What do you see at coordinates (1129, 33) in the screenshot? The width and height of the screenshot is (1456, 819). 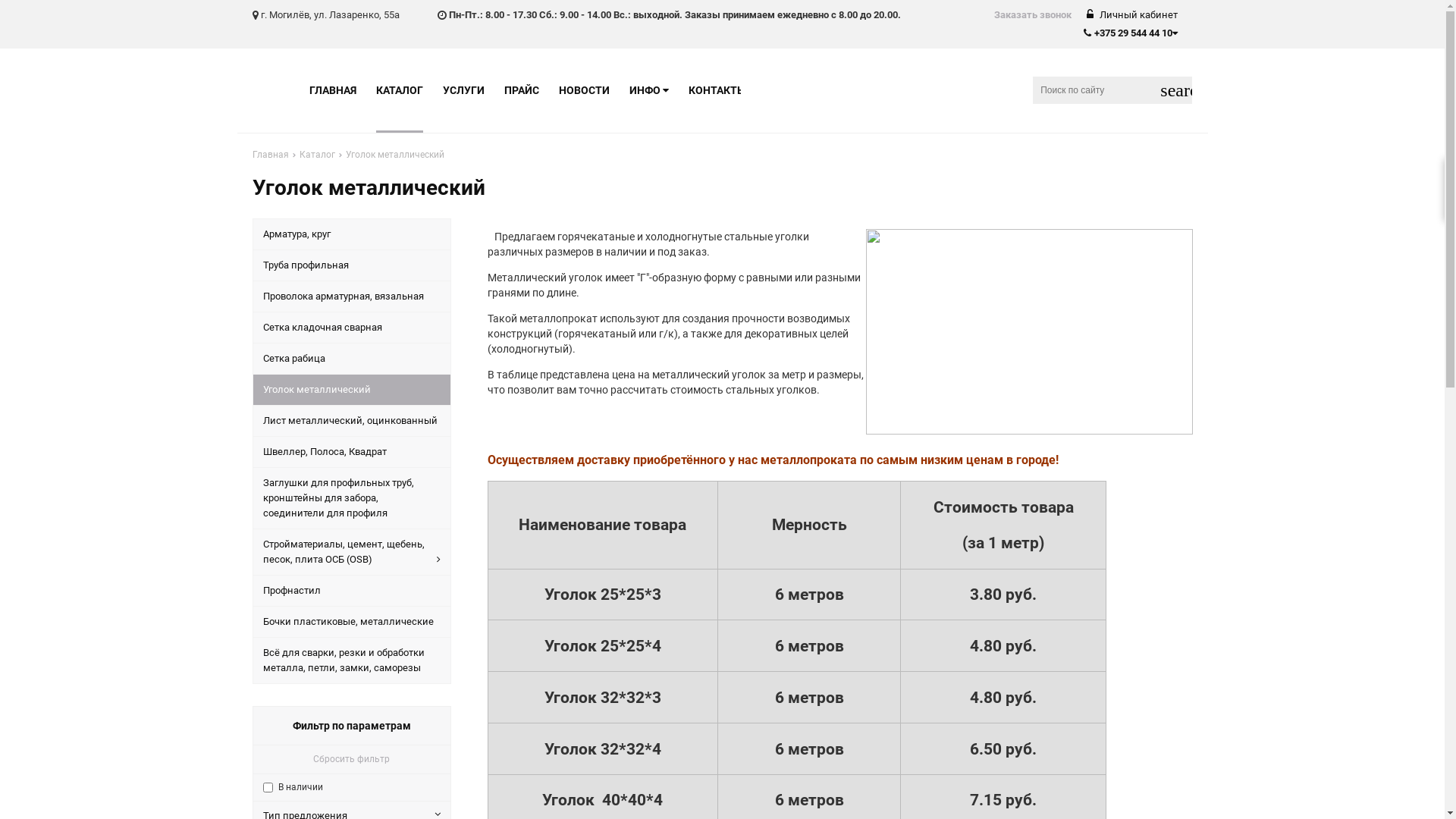 I see `'+375 29 544 44 10'` at bounding box center [1129, 33].